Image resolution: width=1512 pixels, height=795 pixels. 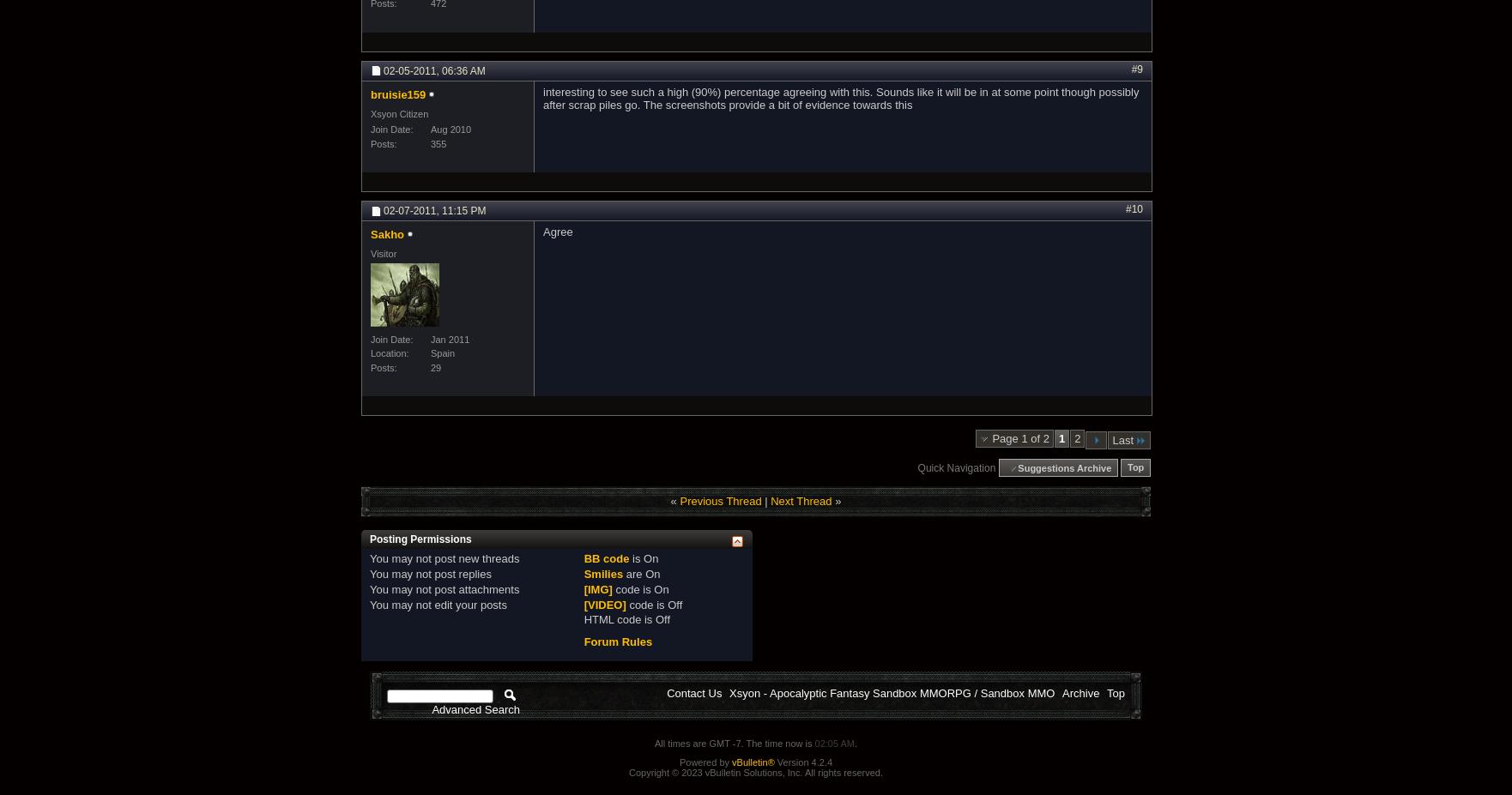 What do you see at coordinates (468, 603) in the screenshot?
I see `'edit your posts'` at bounding box center [468, 603].